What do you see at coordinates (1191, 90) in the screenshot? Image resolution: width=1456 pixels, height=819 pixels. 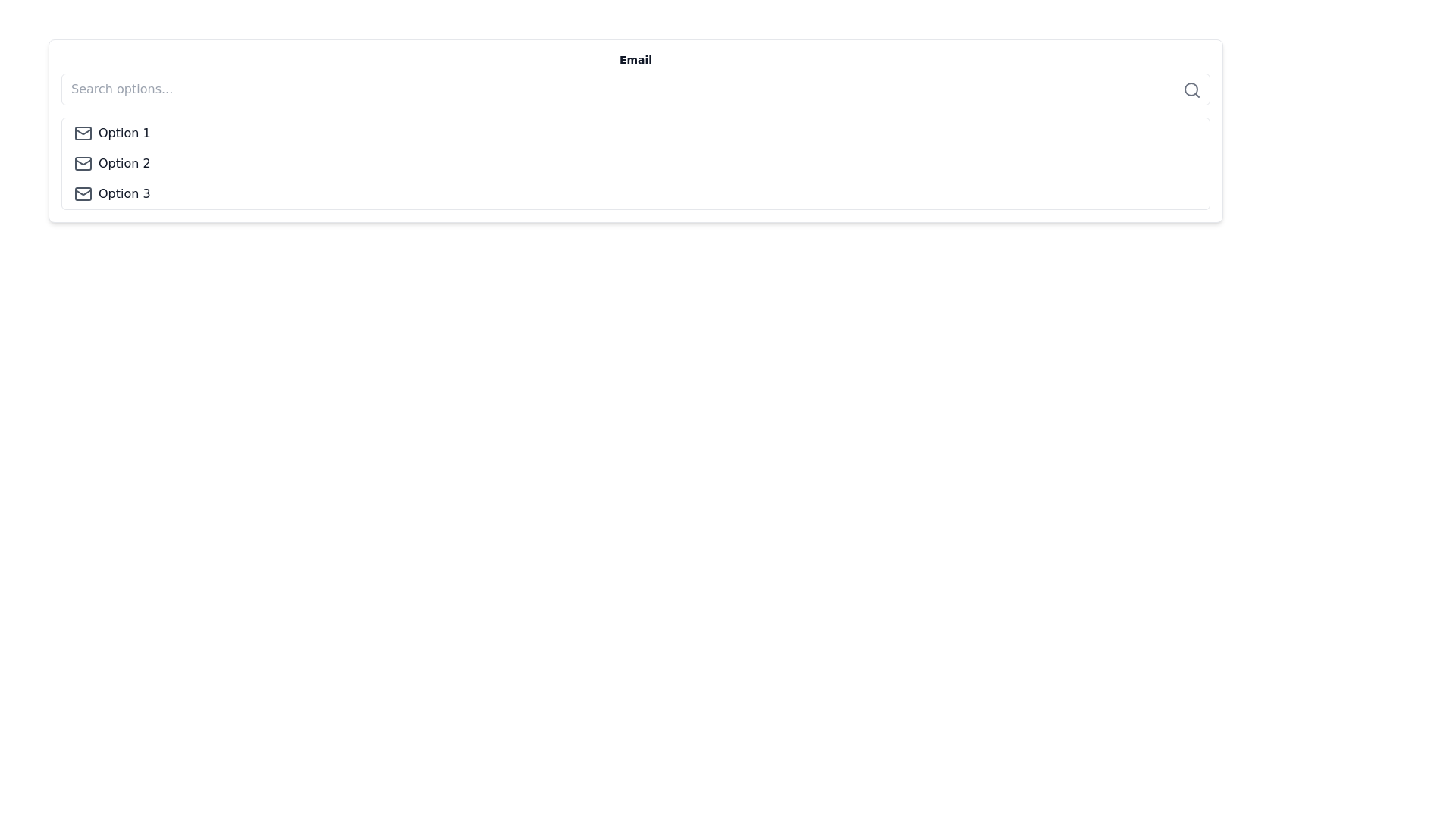 I see `the magnifying glass icon representing the search function, located at the right end of the search input field, to initiate a search` at bounding box center [1191, 90].